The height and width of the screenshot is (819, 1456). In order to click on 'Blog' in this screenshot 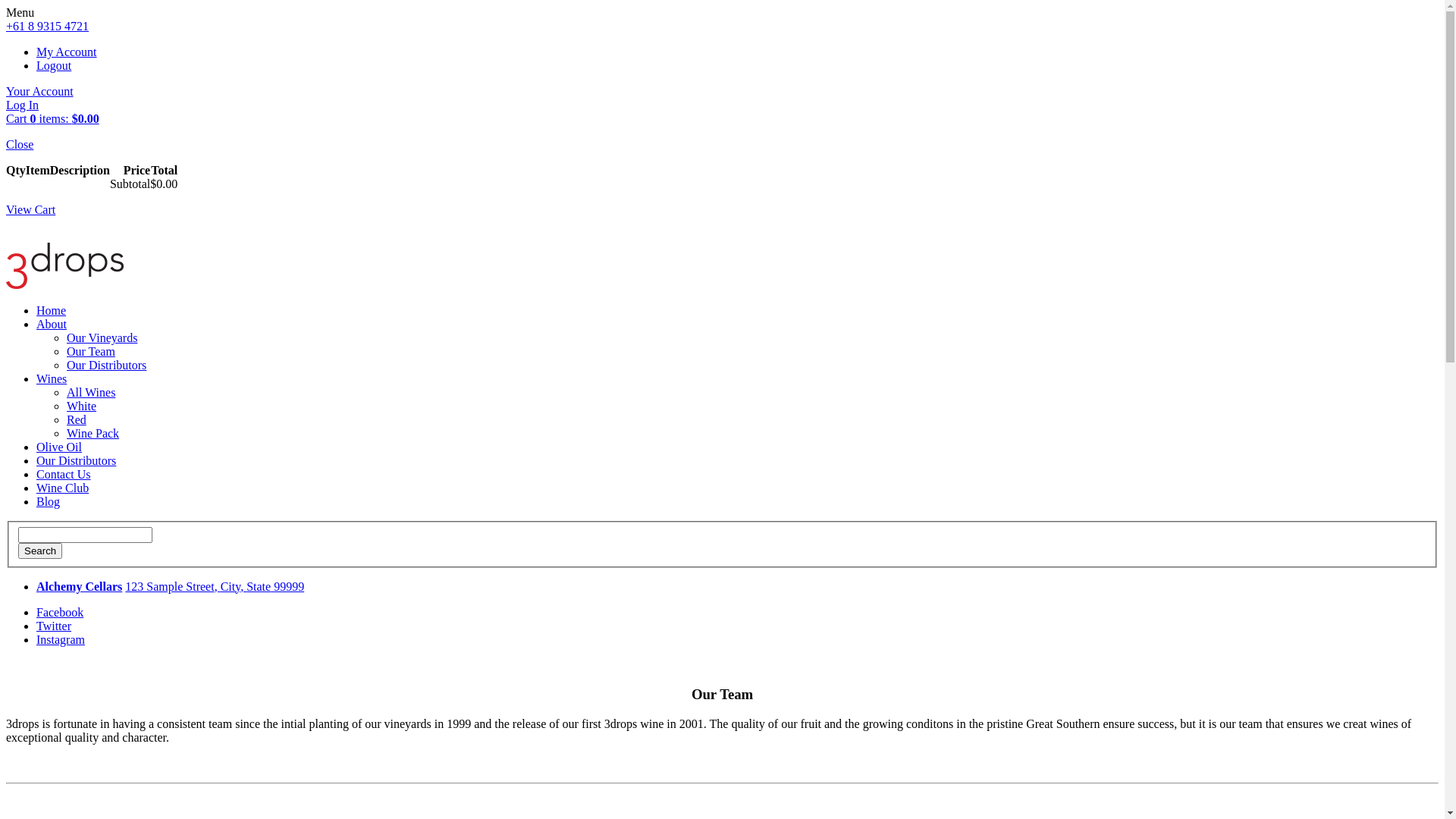, I will do `click(48, 501)`.